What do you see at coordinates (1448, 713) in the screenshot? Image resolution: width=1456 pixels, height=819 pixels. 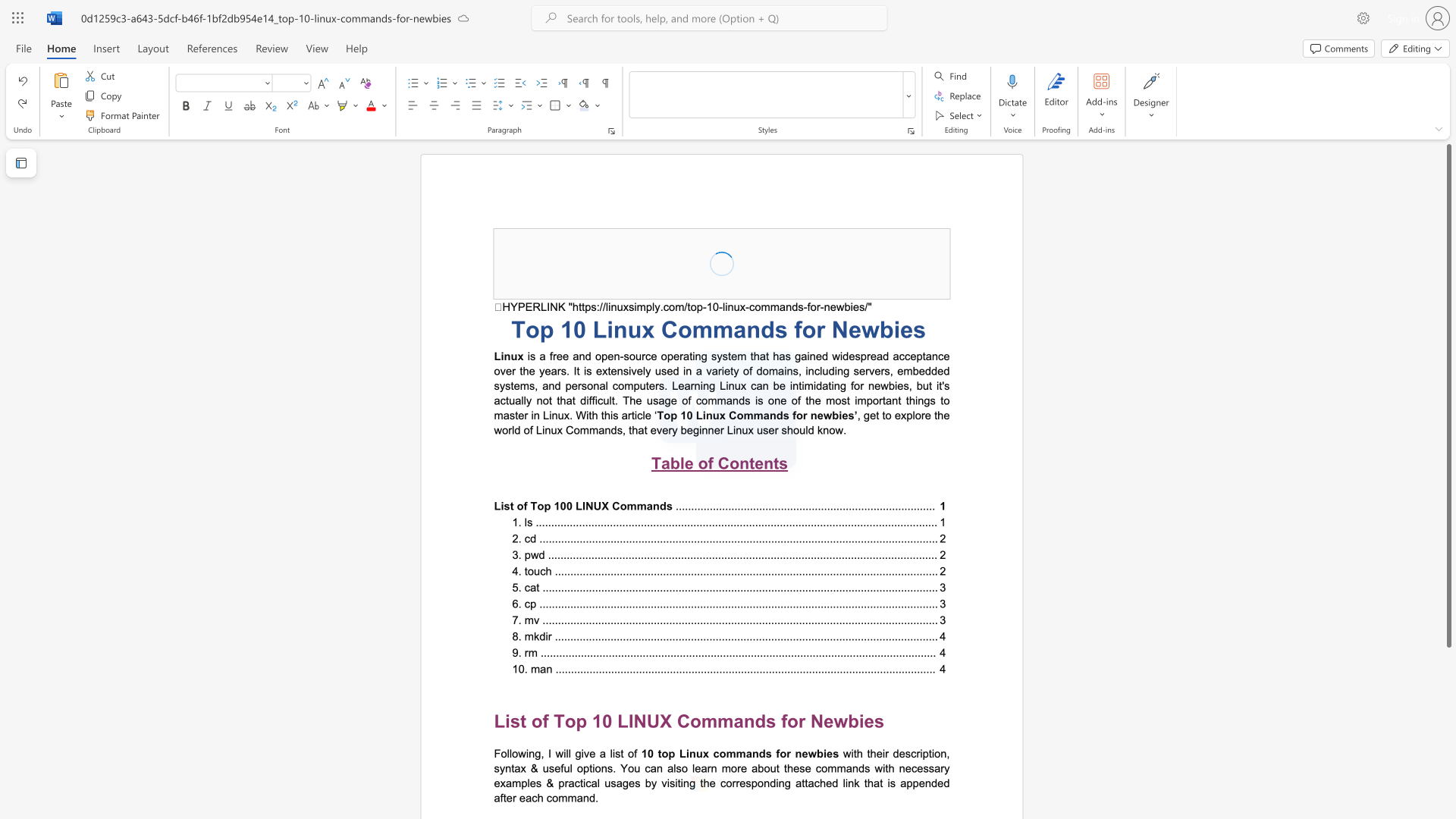 I see `the right-hand scrollbar to descend the page` at bounding box center [1448, 713].